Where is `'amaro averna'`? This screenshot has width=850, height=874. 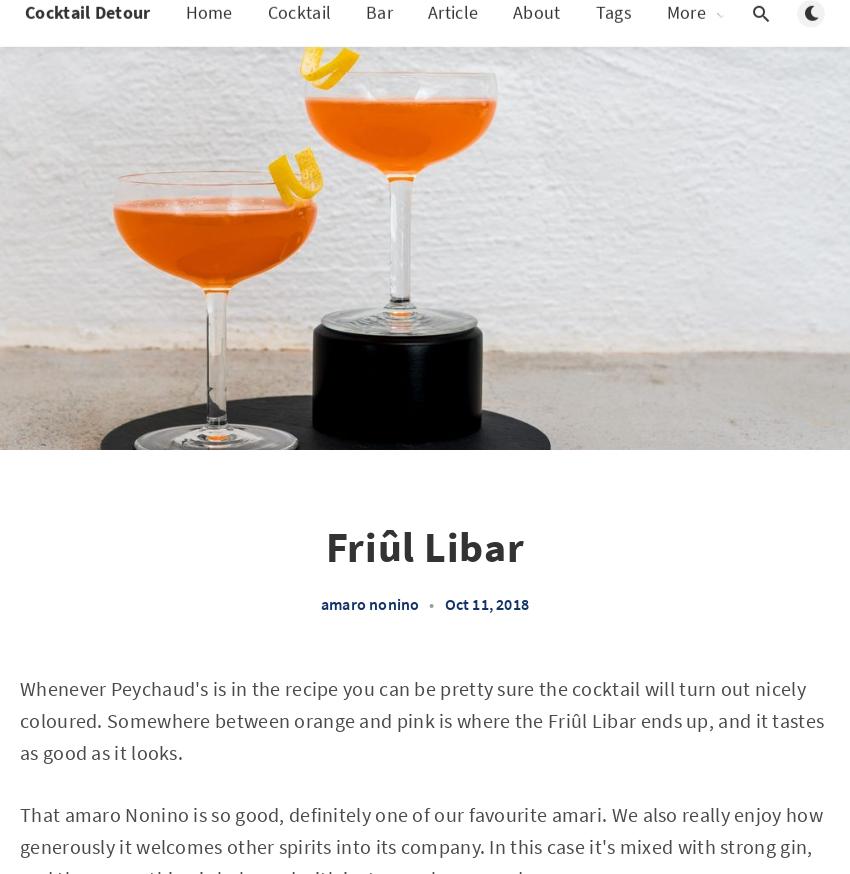 'amaro averna' is located at coordinates (546, 434).